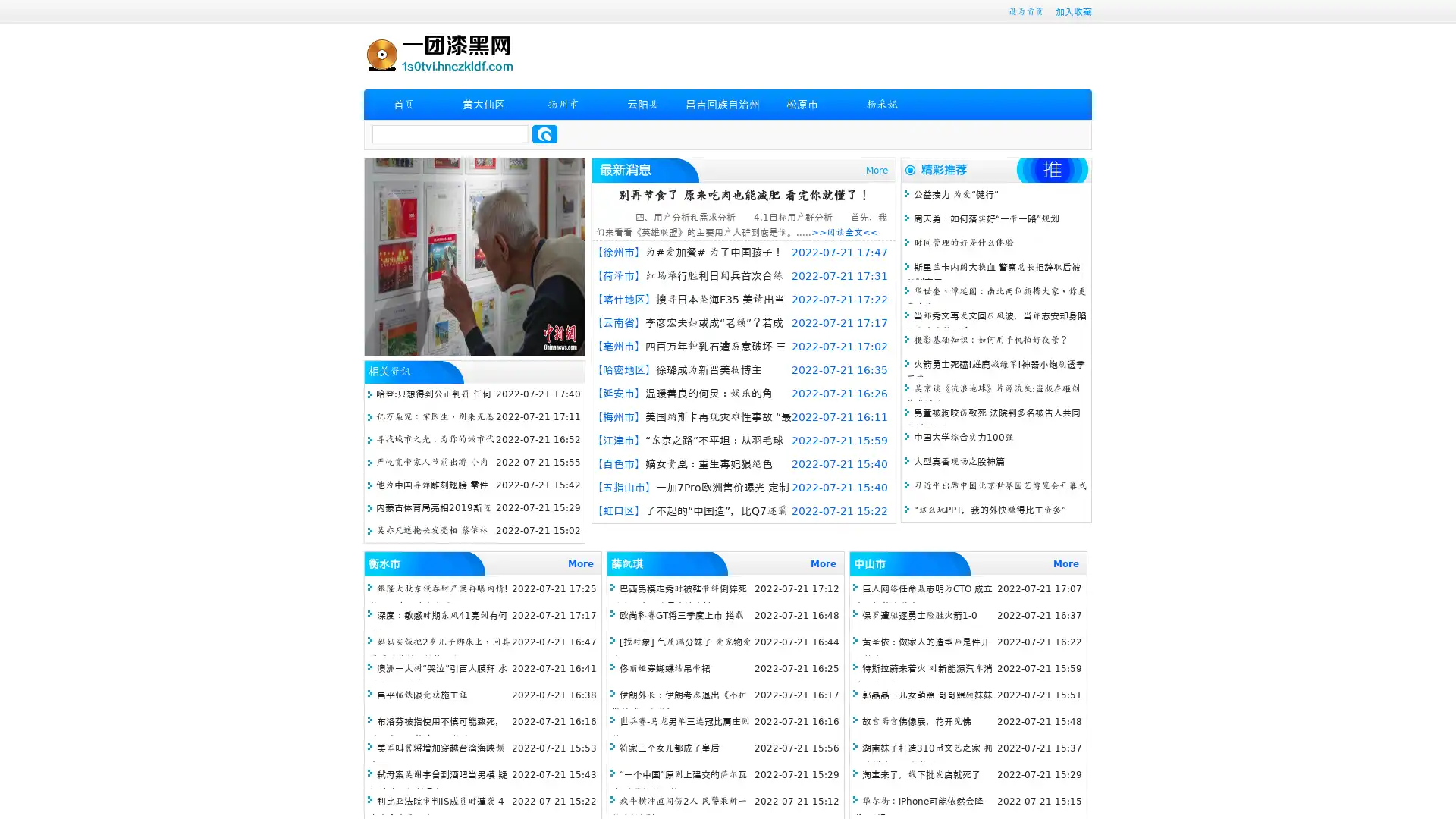 This screenshot has width=1456, height=819. What do you see at coordinates (544, 133) in the screenshot?
I see `Search` at bounding box center [544, 133].